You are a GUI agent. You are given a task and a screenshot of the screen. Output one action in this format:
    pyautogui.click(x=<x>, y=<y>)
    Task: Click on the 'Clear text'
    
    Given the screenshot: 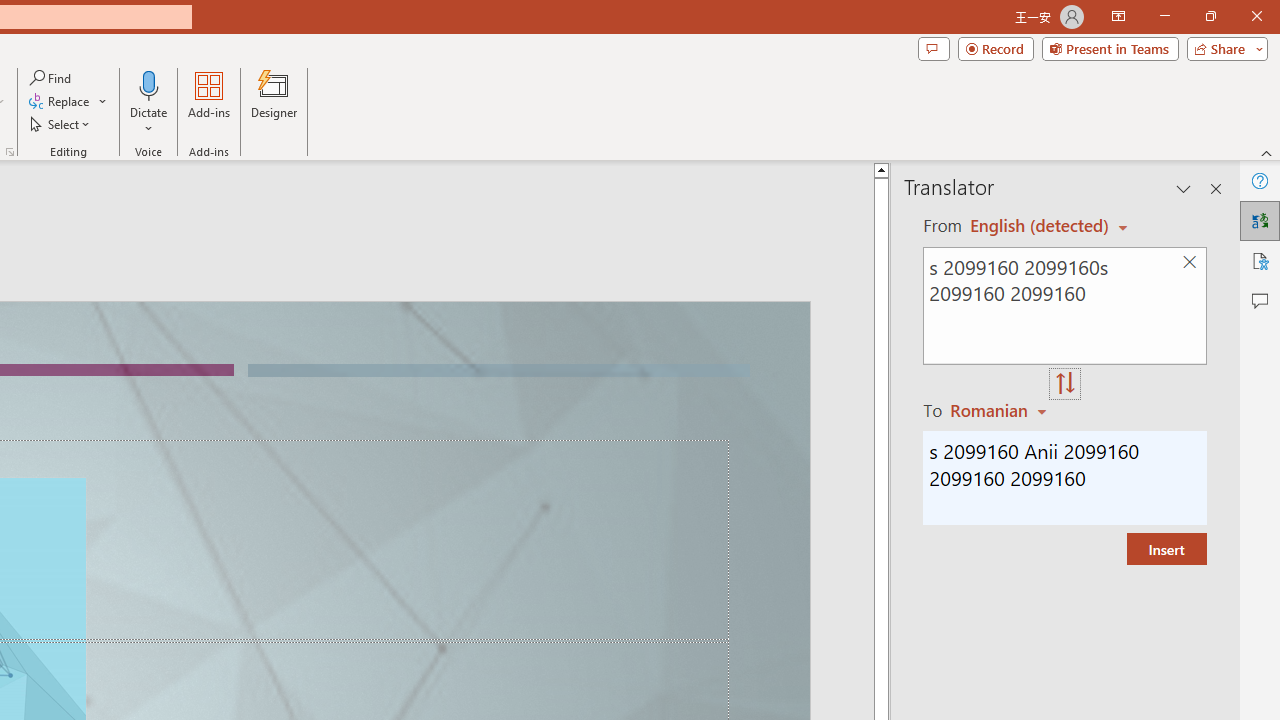 What is the action you would take?
    pyautogui.click(x=1189, y=262)
    